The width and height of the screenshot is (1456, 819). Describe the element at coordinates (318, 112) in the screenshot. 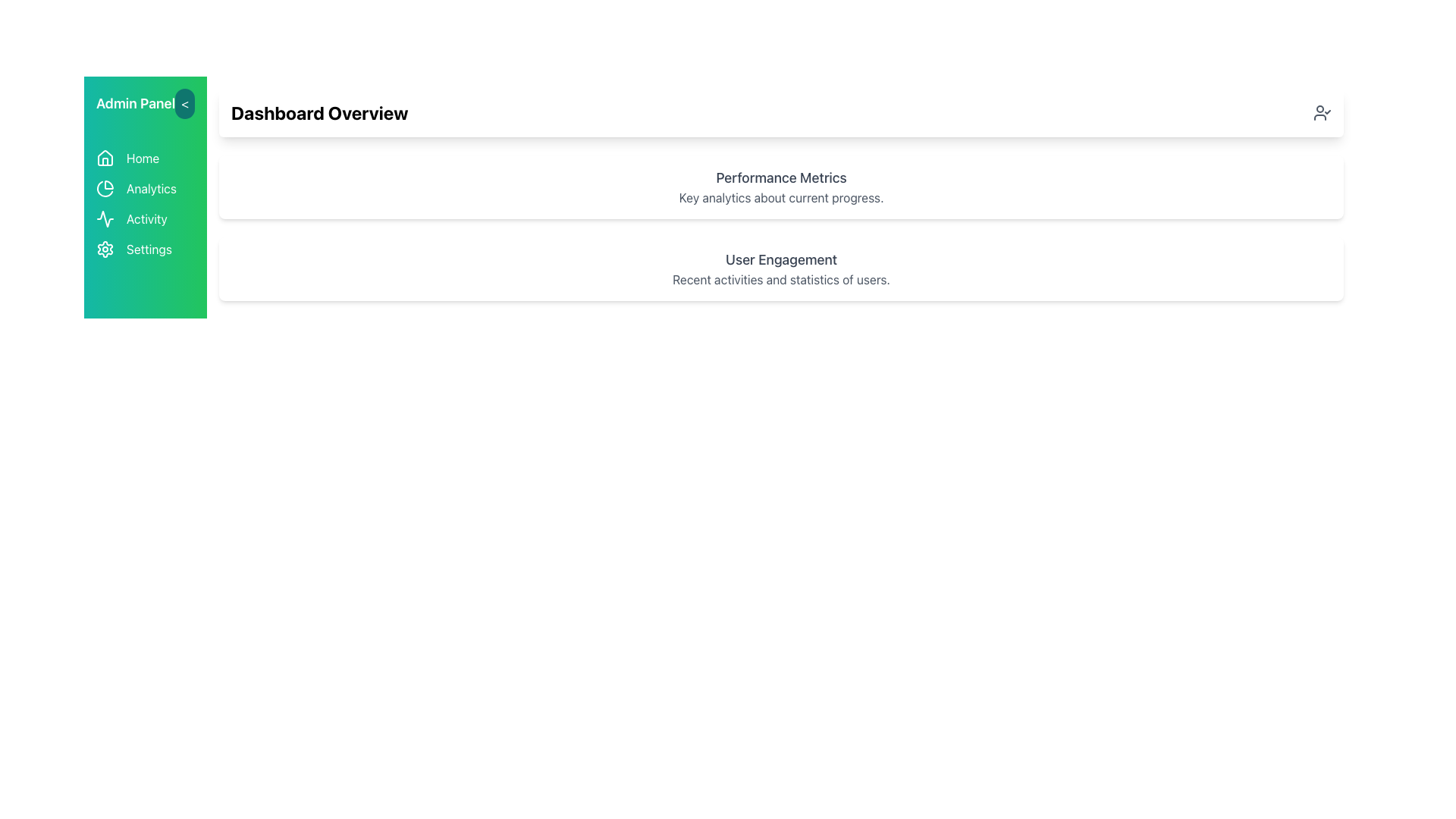

I see `the Text (Header) element that serves as the title or heading for the dashboard overview, located in the top section of the content area, slightly right-justified within a shadowed card` at that location.